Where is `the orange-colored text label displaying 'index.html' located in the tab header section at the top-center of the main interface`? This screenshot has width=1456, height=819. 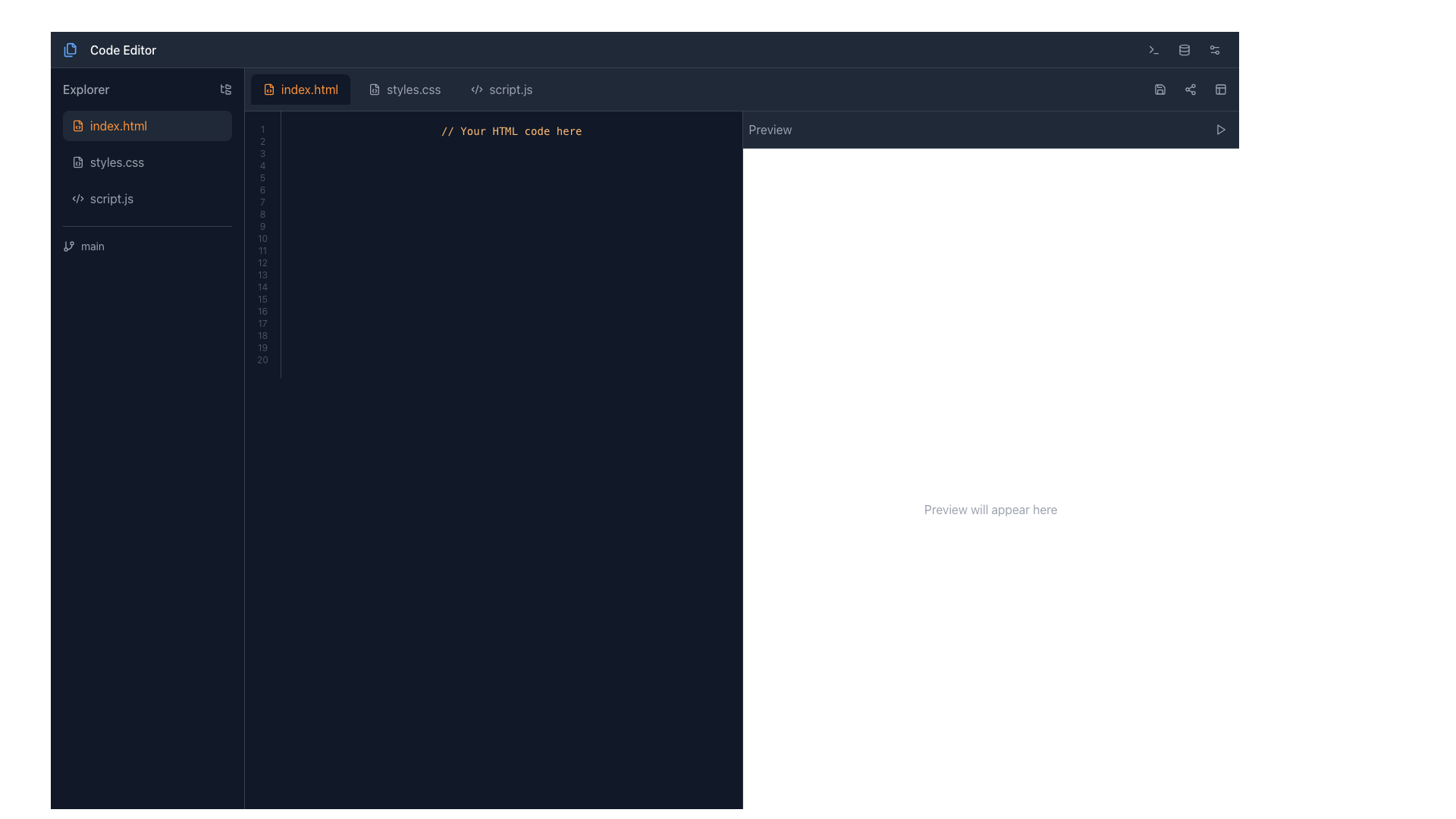
the orange-colored text label displaying 'index.html' located in the tab header section at the top-center of the main interface is located at coordinates (309, 89).